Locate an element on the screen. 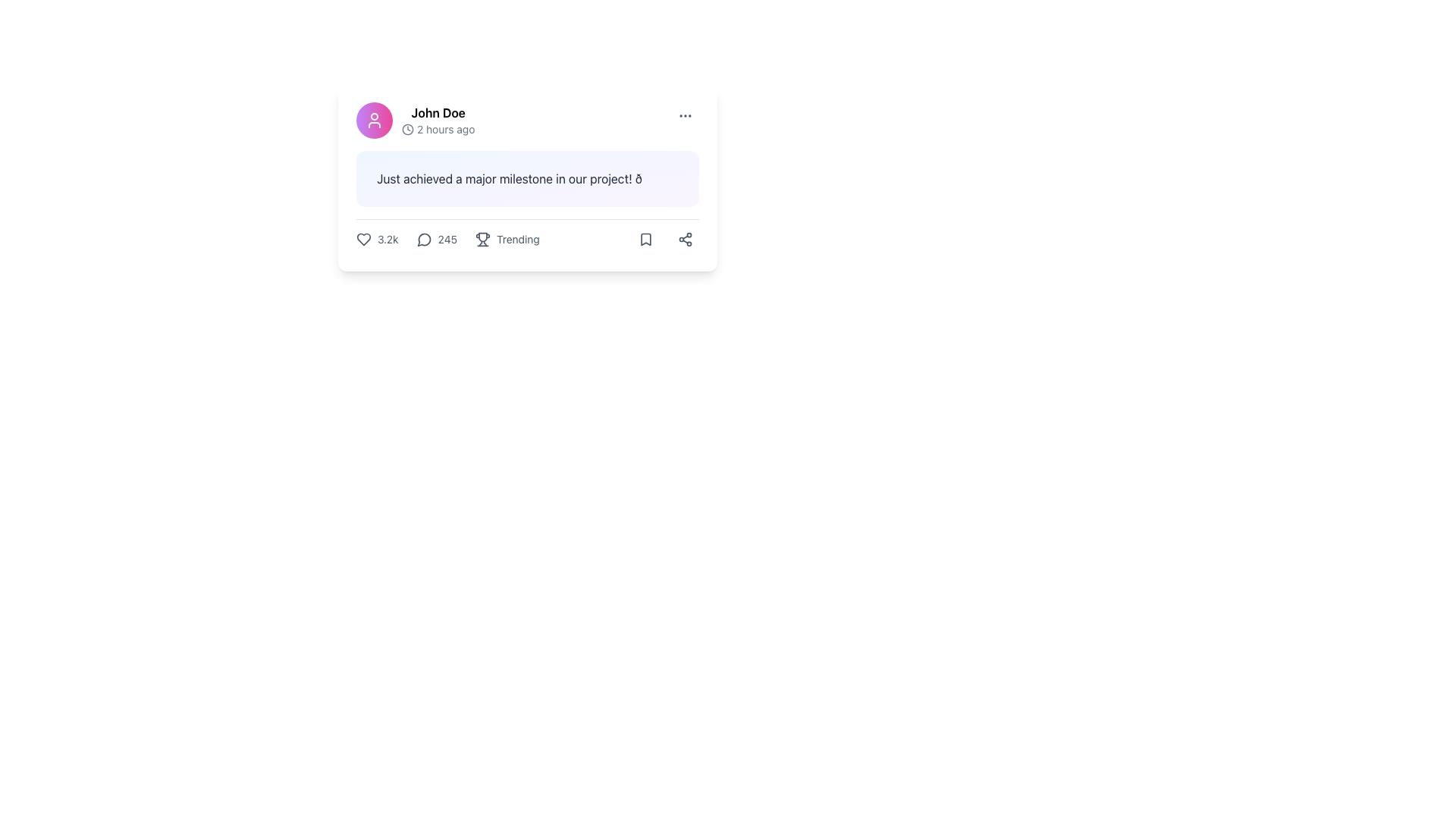 The height and width of the screenshot is (819, 1456). the share button located at the far right of the horizontal bar beneath the post interface to activate its hover effect is located at coordinates (684, 239).